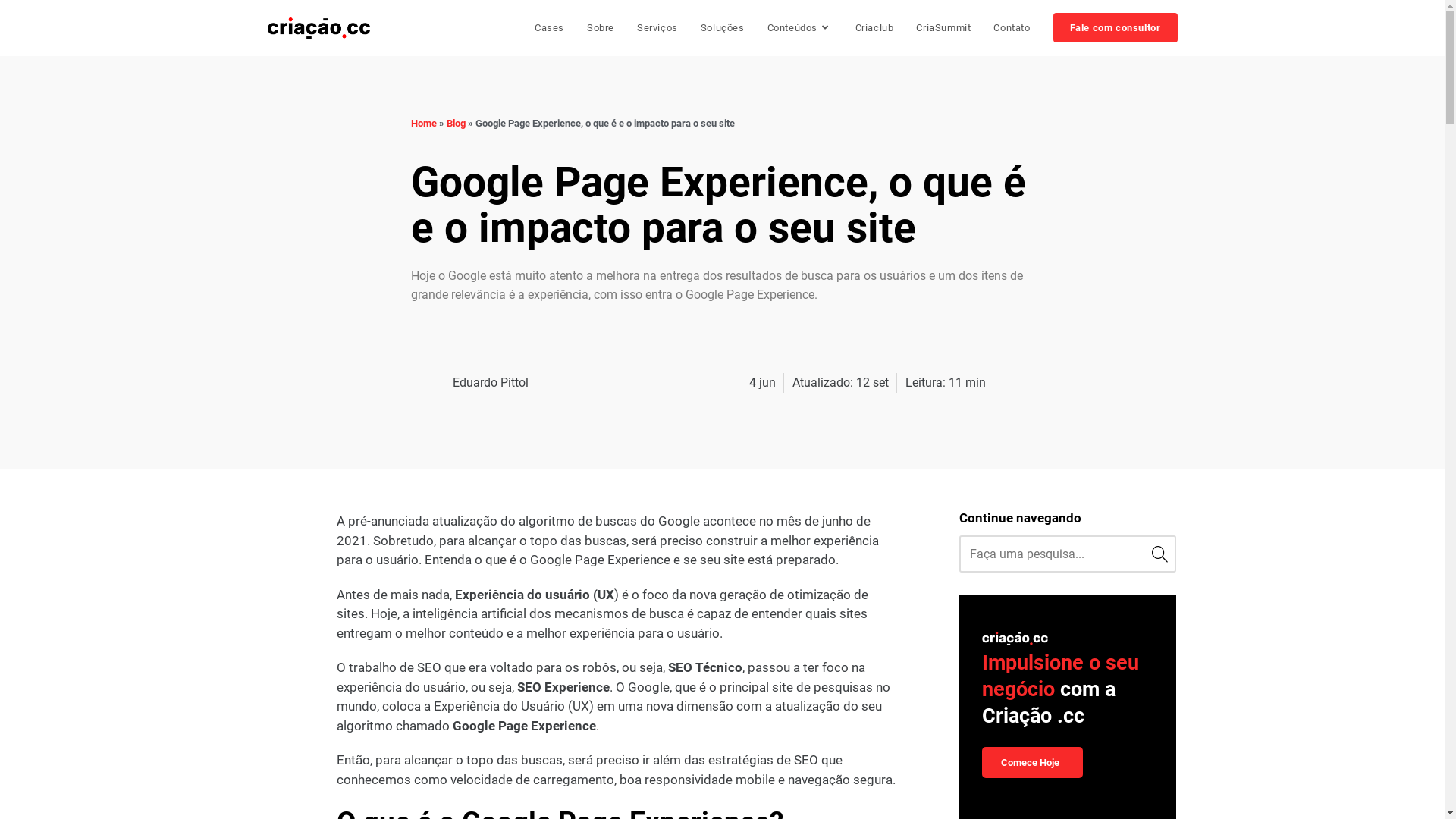 The image size is (1456, 819). What do you see at coordinates (1012, 28) in the screenshot?
I see `'Contato'` at bounding box center [1012, 28].